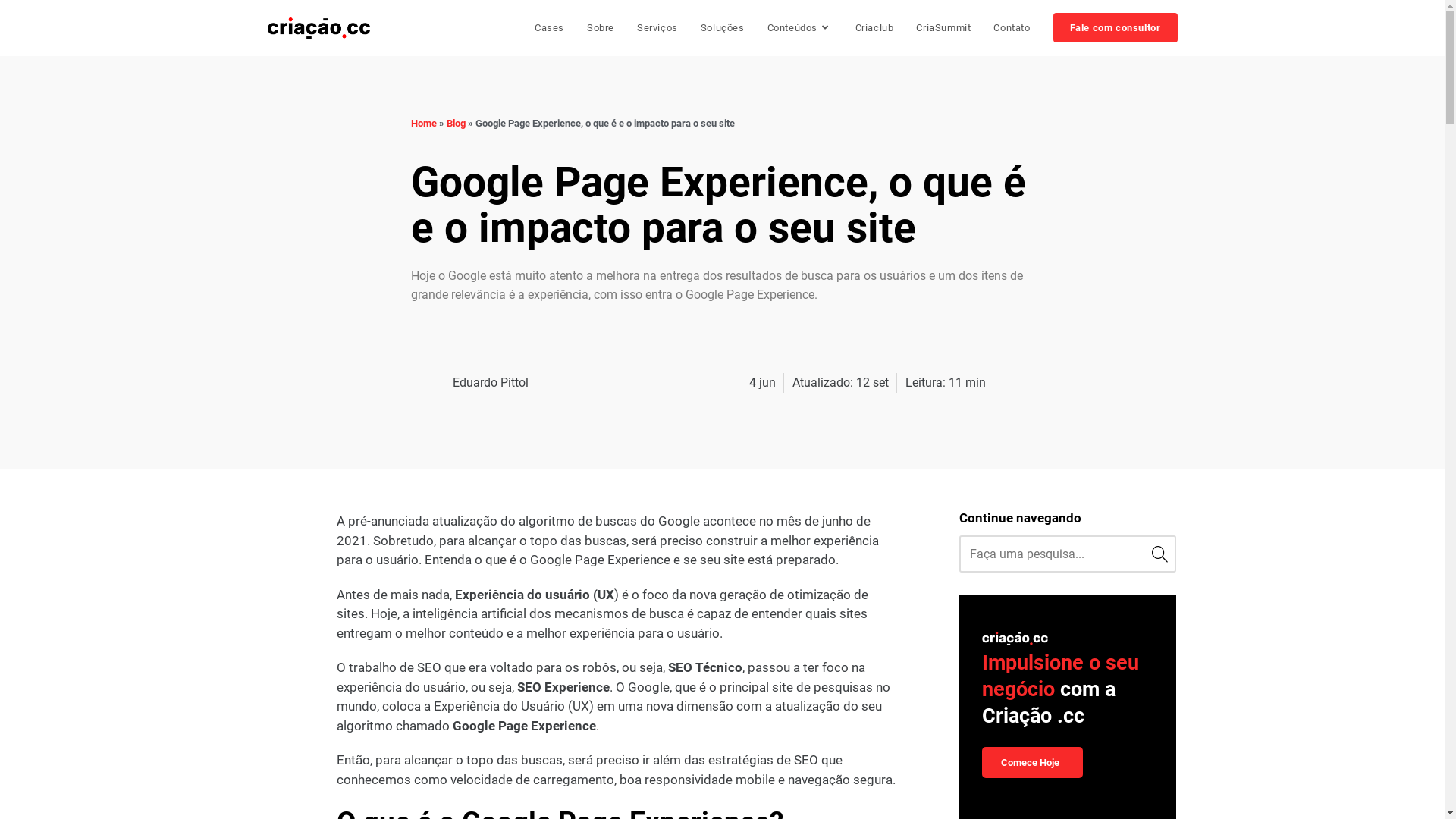 The image size is (1456, 819). What do you see at coordinates (1012, 28) in the screenshot?
I see `'Contato'` at bounding box center [1012, 28].